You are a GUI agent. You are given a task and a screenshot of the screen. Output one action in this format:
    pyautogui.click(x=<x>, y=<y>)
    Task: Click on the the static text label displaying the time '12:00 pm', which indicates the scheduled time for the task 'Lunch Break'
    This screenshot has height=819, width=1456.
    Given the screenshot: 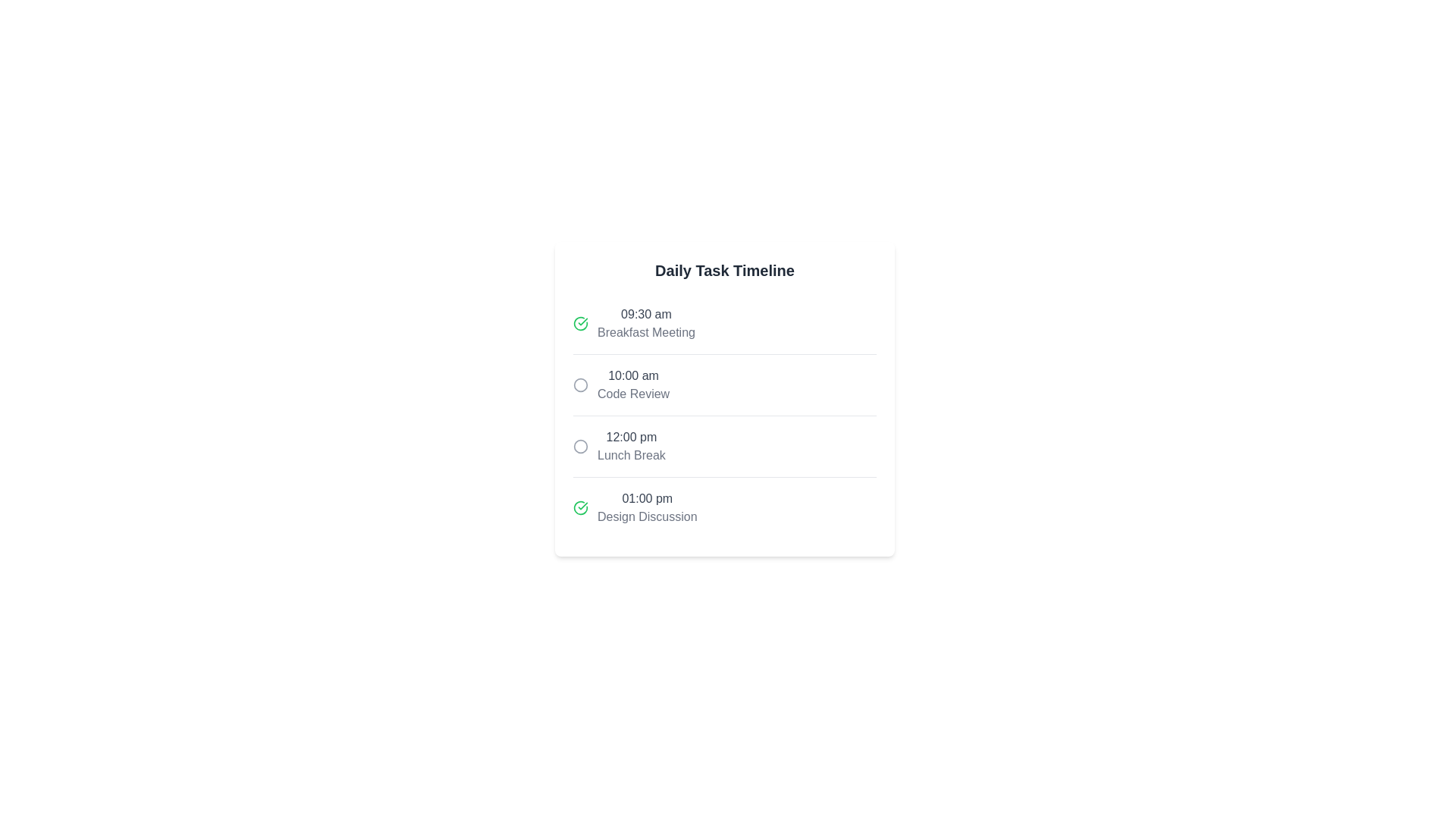 What is the action you would take?
    pyautogui.click(x=631, y=437)
    